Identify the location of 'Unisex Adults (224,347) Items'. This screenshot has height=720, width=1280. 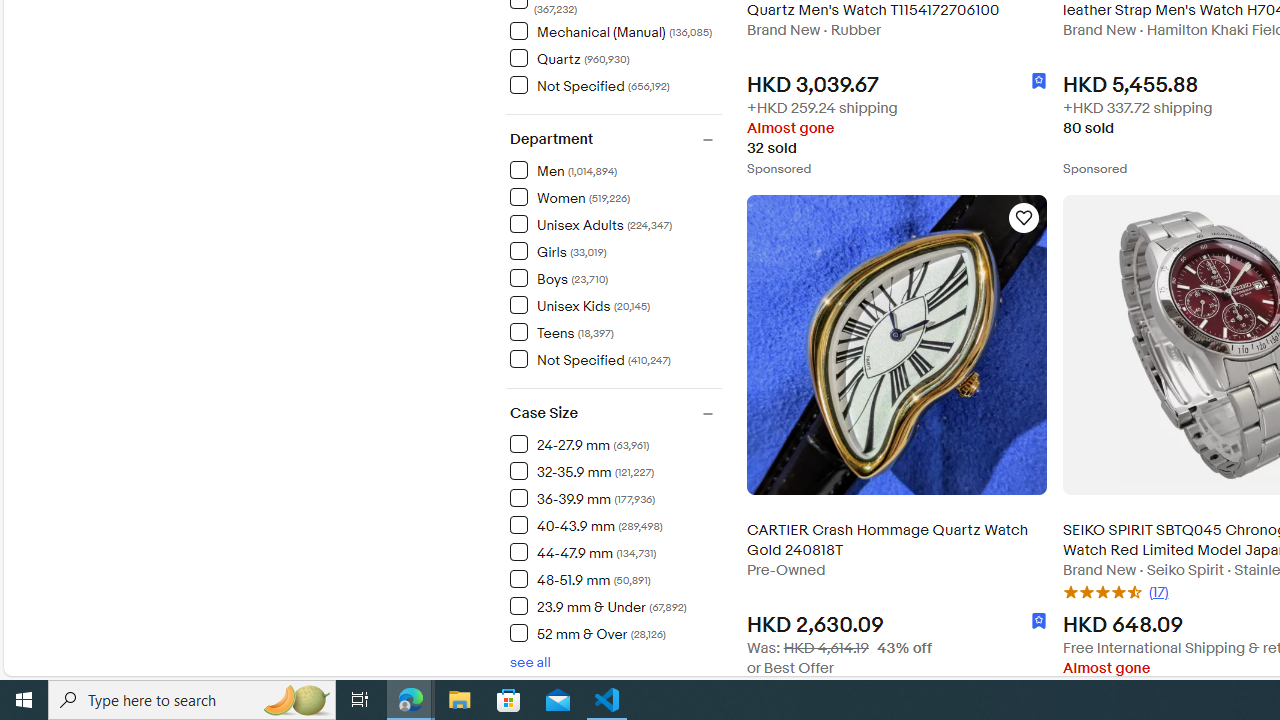
(590, 224).